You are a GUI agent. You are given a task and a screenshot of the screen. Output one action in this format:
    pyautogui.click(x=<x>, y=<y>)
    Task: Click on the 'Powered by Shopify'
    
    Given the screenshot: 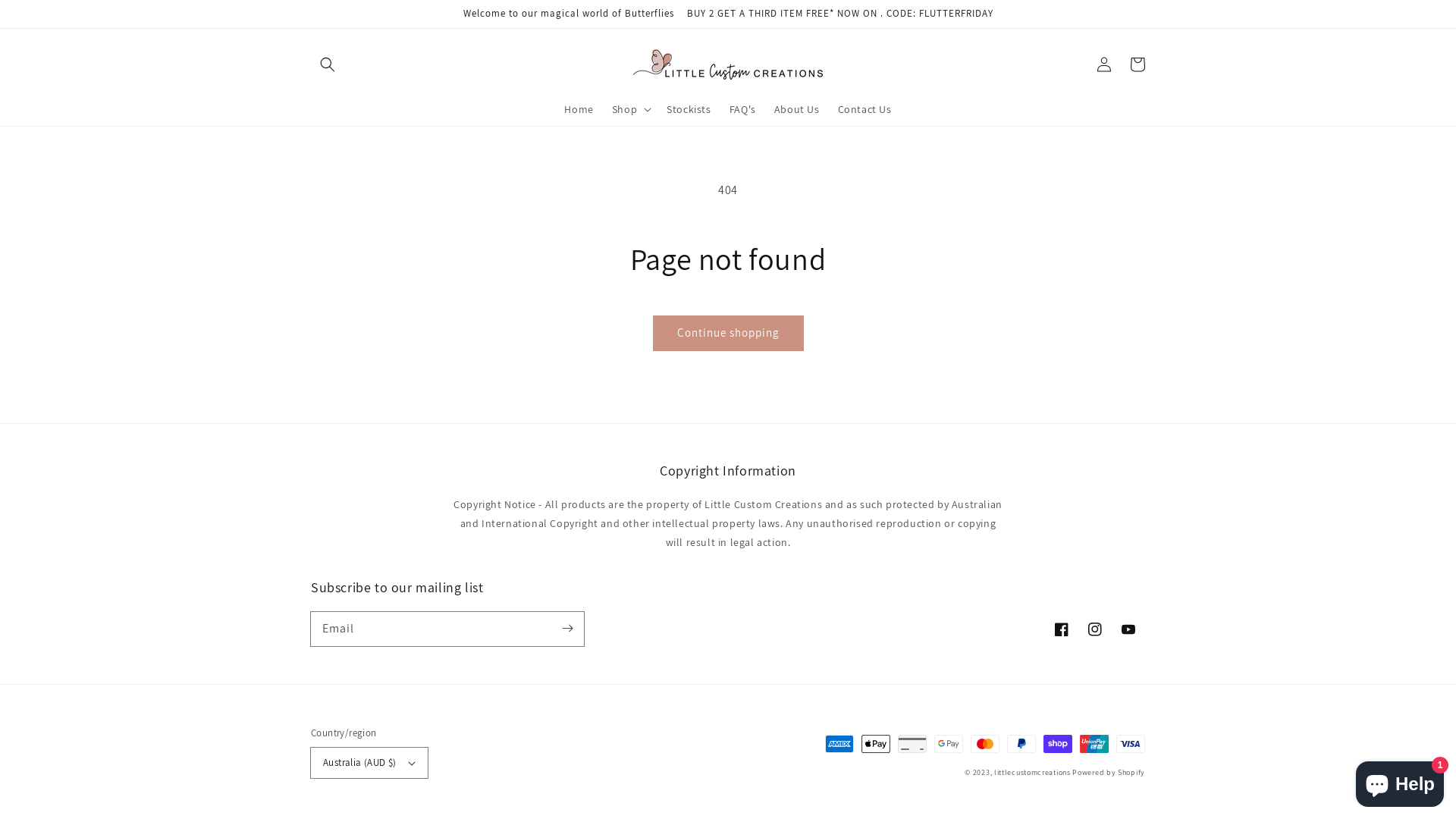 What is the action you would take?
    pyautogui.click(x=1072, y=772)
    